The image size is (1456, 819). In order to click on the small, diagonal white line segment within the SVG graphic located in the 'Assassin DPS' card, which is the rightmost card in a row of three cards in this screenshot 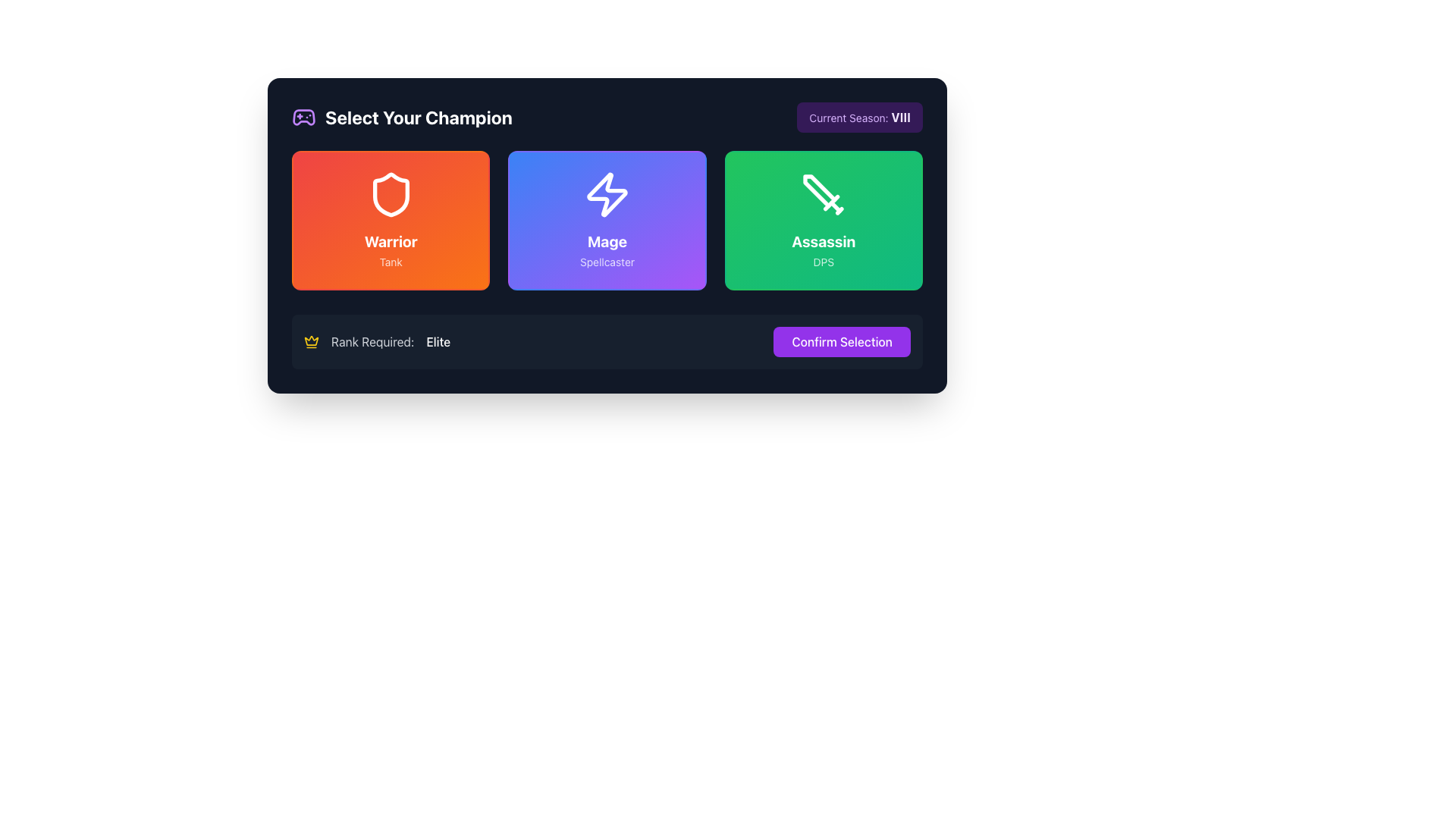, I will do `click(830, 202)`.